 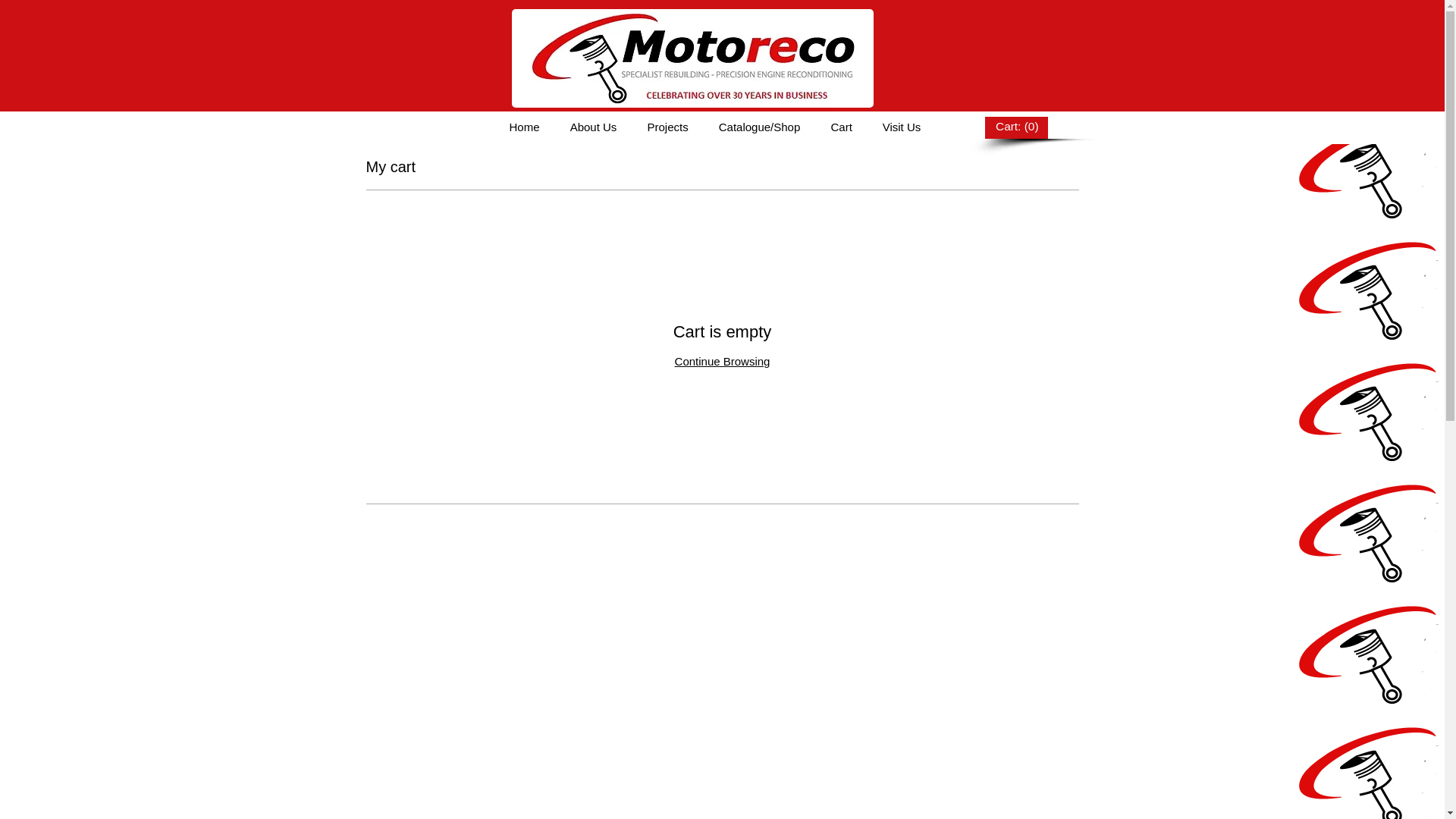 What do you see at coordinates (632, 127) in the screenshot?
I see `'Projects'` at bounding box center [632, 127].